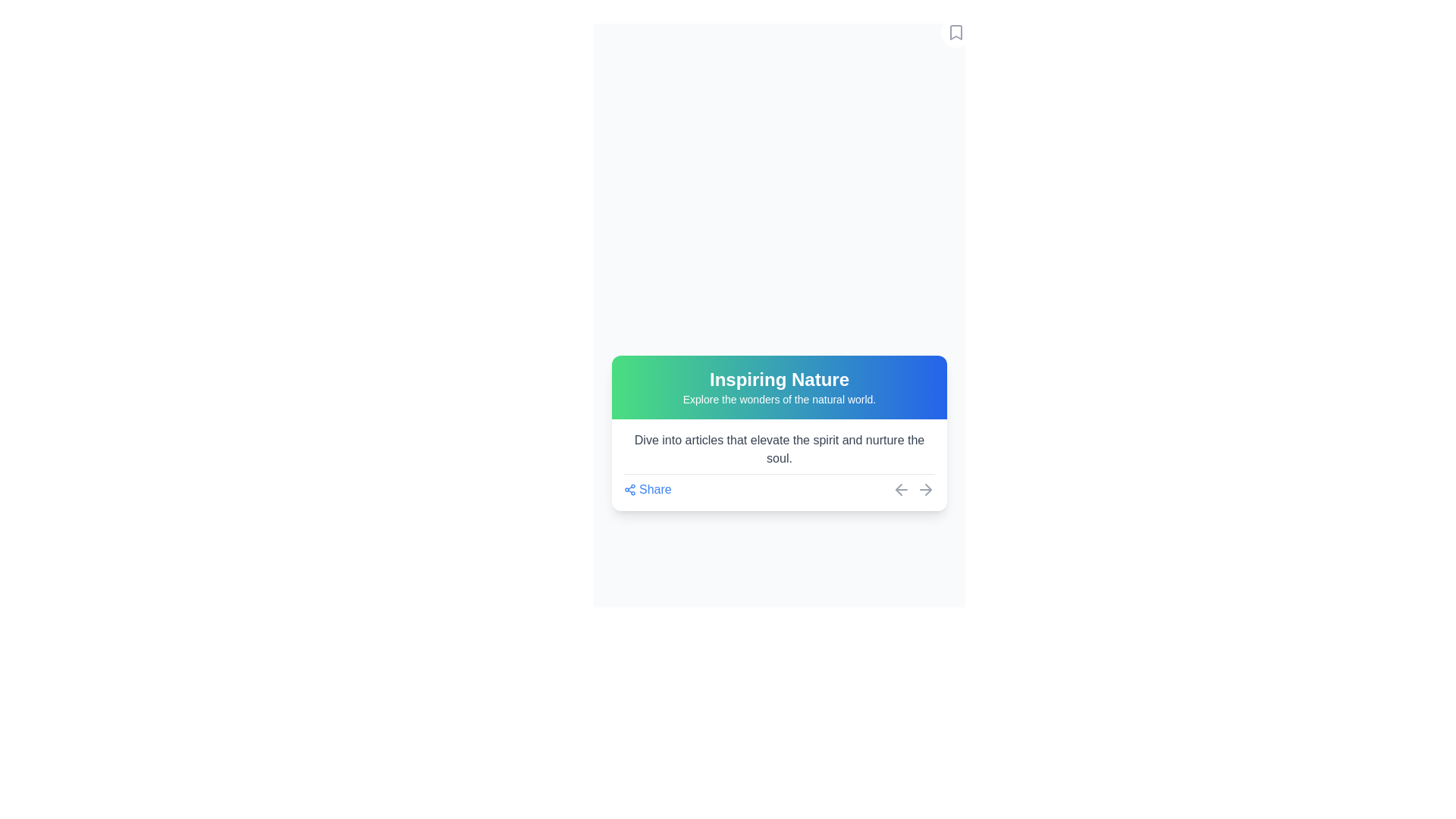 The width and height of the screenshot is (1456, 819). What do you see at coordinates (924, 488) in the screenshot?
I see `the navigation button located in the bottom-right corner of the card layout, which is the second and rightmost icon of the navigation arrows` at bounding box center [924, 488].